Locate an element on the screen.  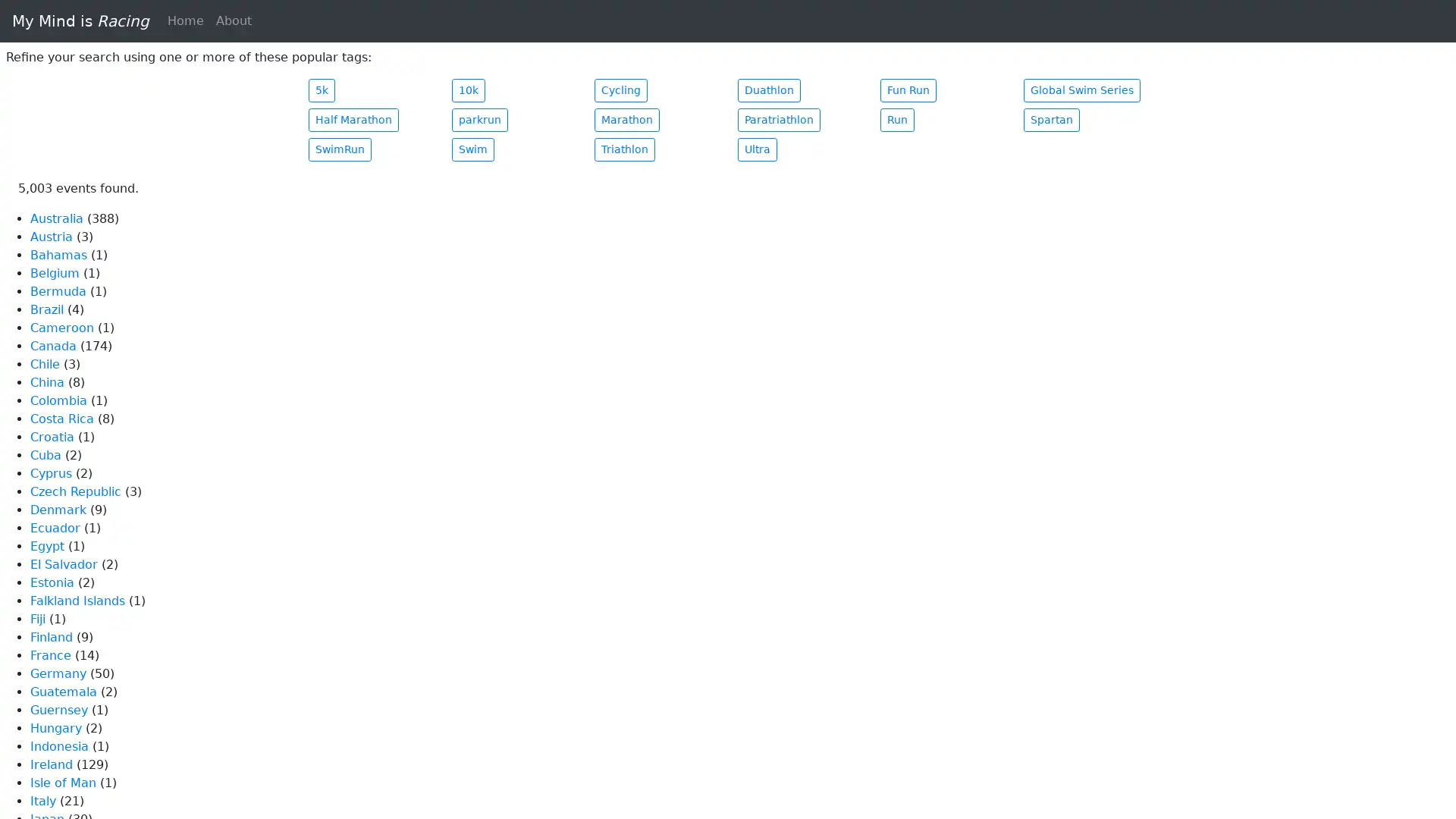
SwimRun is located at coordinates (339, 149).